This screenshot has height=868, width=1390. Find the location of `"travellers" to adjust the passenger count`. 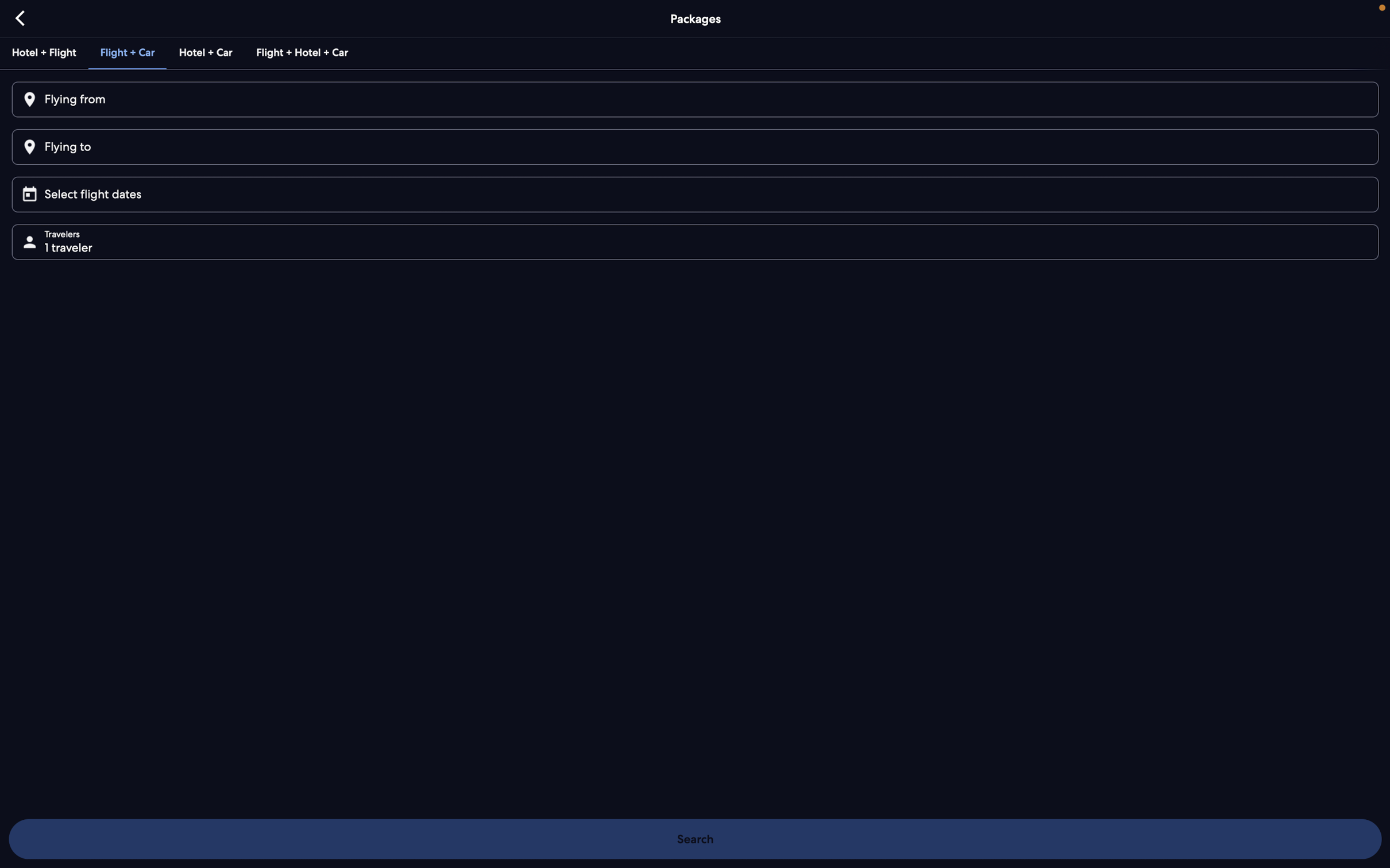

"travellers" to adjust the passenger count is located at coordinates (699, 241).